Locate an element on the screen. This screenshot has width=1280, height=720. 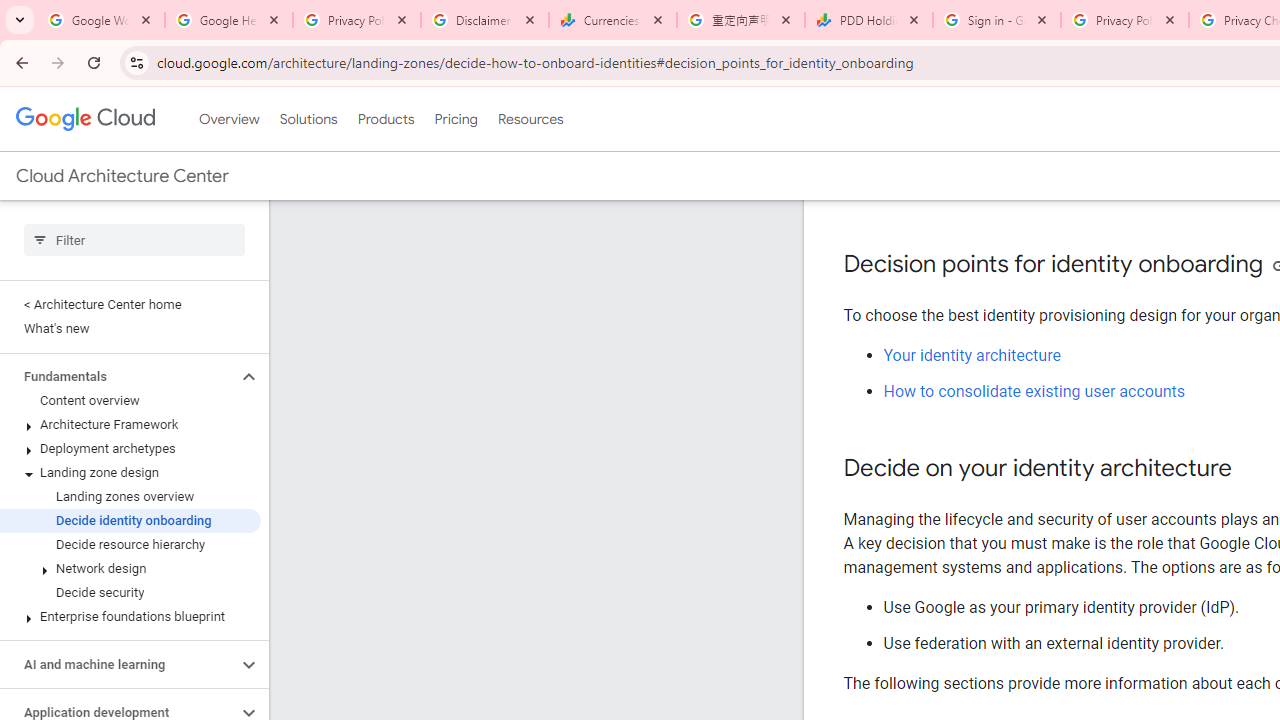
'What' is located at coordinates (129, 328).